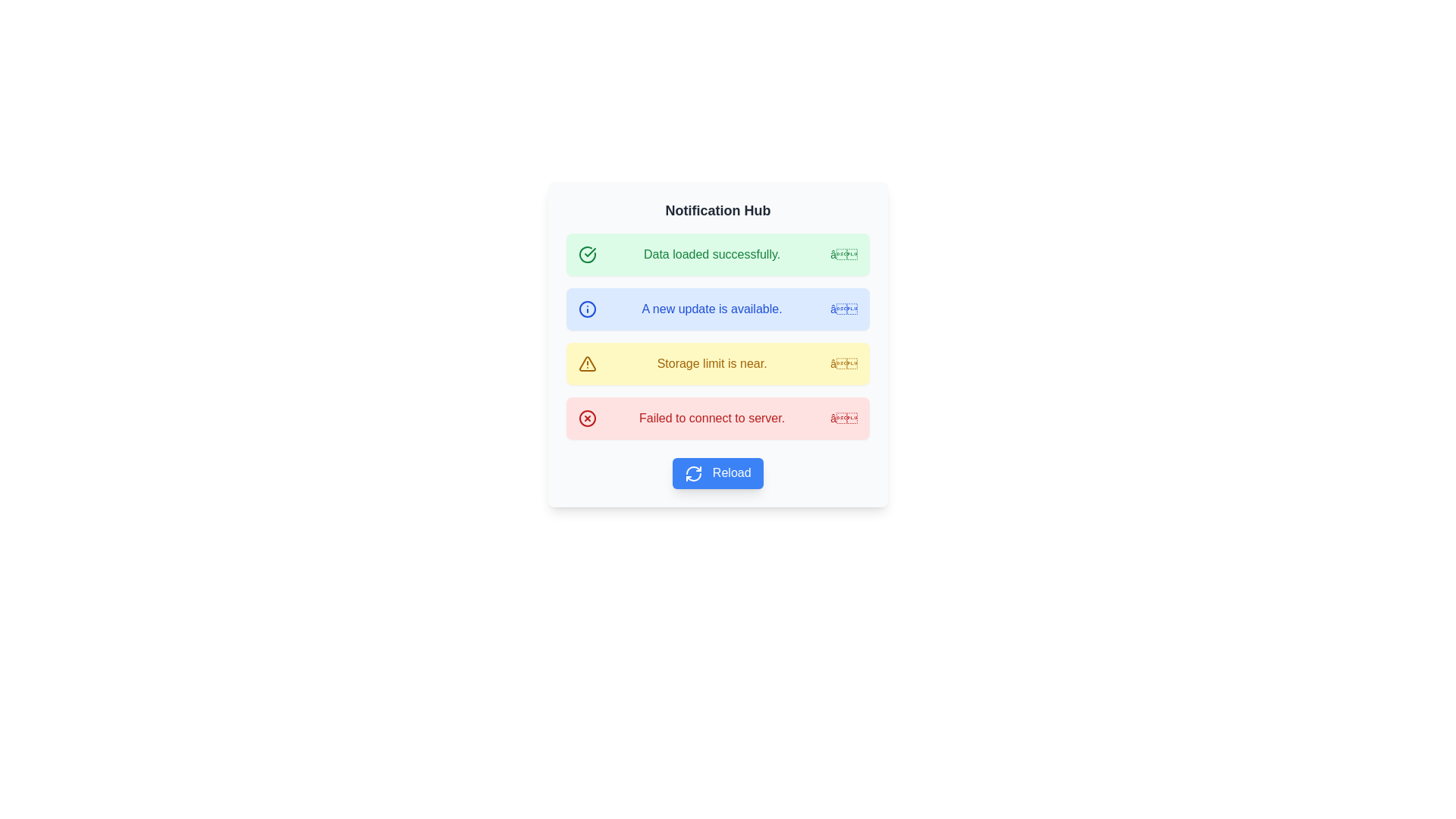 The width and height of the screenshot is (1456, 819). I want to click on the blue rectangular 'Reload' button with rounded corners, located centrally below the notification items, to activate its hover style change, so click(717, 472).